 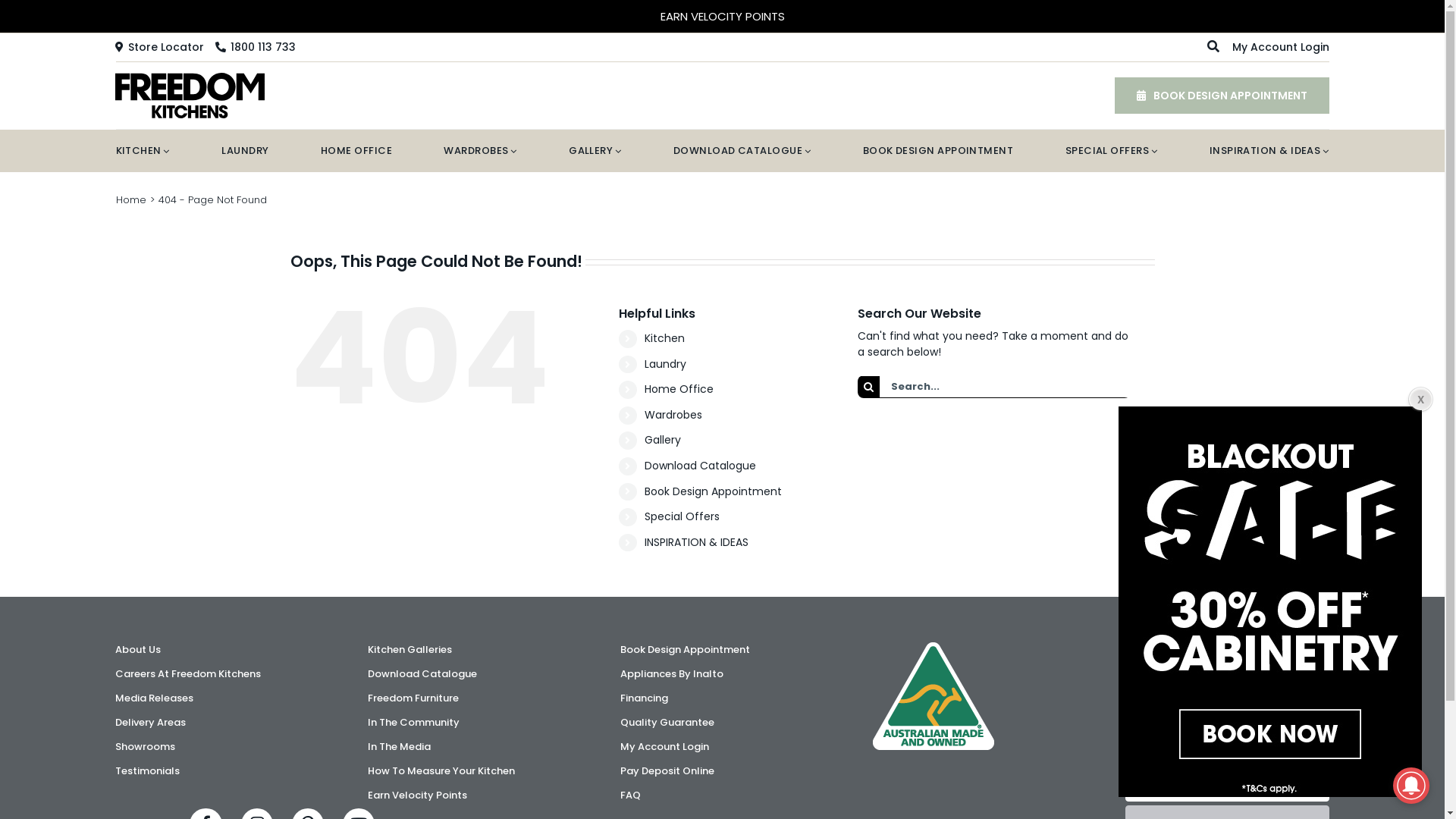 What do you see at coordinates (159, 45) in the screenshot?
I see `'Store Locator'` at bounding box center [159, 45].